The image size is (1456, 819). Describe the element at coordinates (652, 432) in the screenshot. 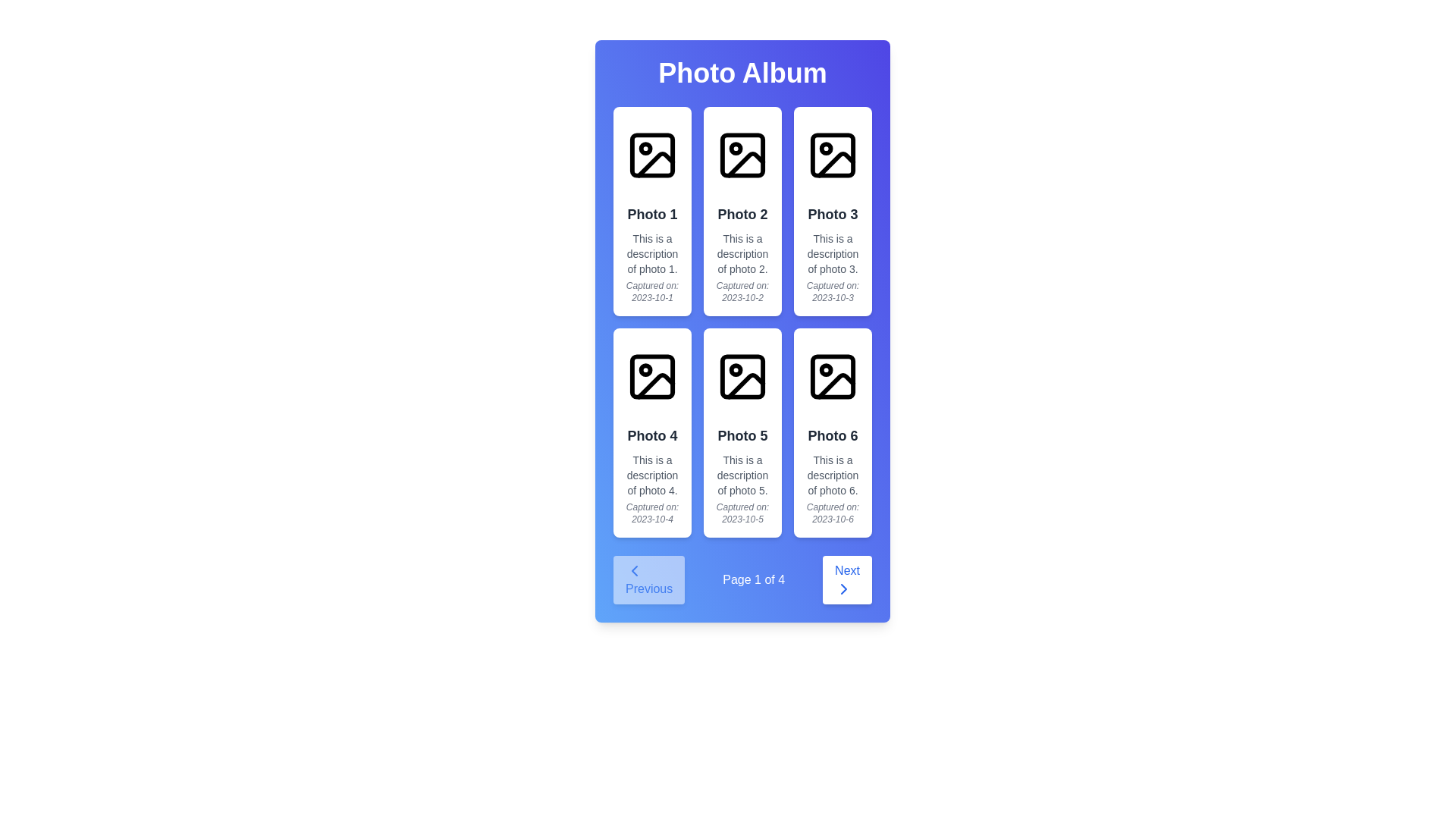

I see `the rectangular card with a white background, containing the text 'Photo 4' and a photo icon, located in the grid layout at the fourth position` at that location.